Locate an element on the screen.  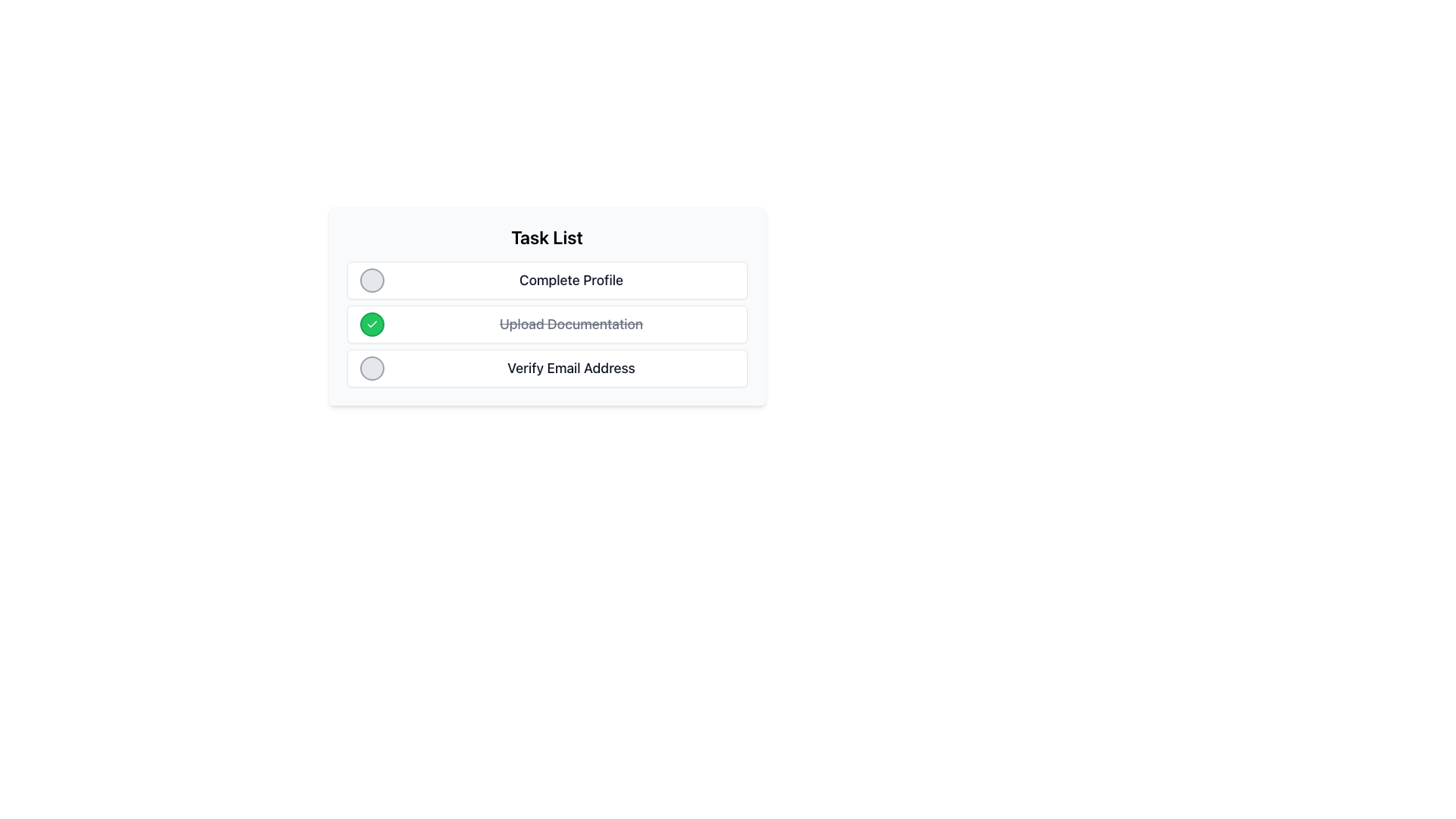
the text label that represents a completed task, which is located beside a checked circle icon in a vertical task list is located at coordinates (570, 324).